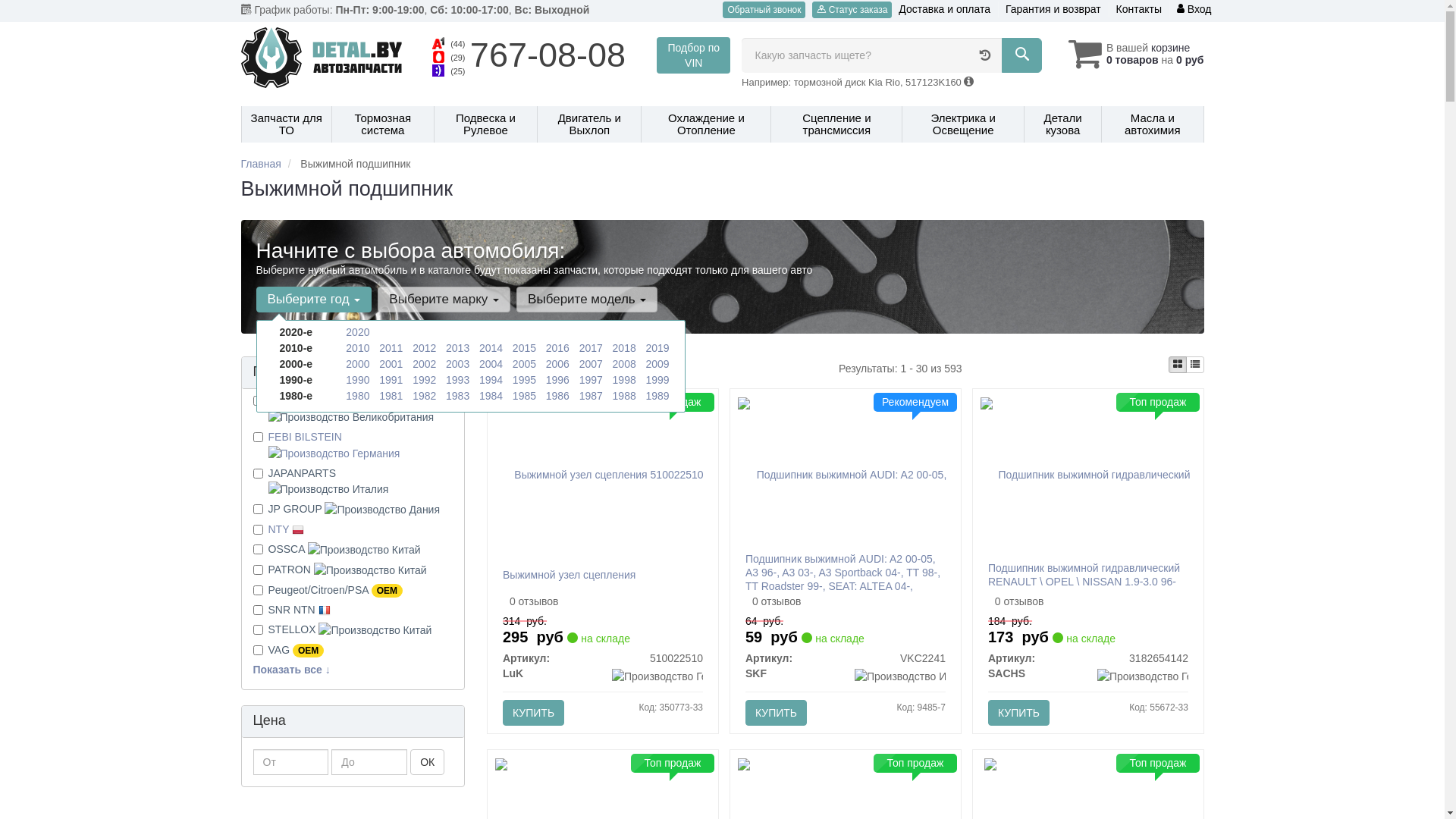 The height and width of the screenshot is (819, 1456). What do you see at coordinates (424, 394) in the screenshot?
I see `'1982'` at bounding box center [424, 394].